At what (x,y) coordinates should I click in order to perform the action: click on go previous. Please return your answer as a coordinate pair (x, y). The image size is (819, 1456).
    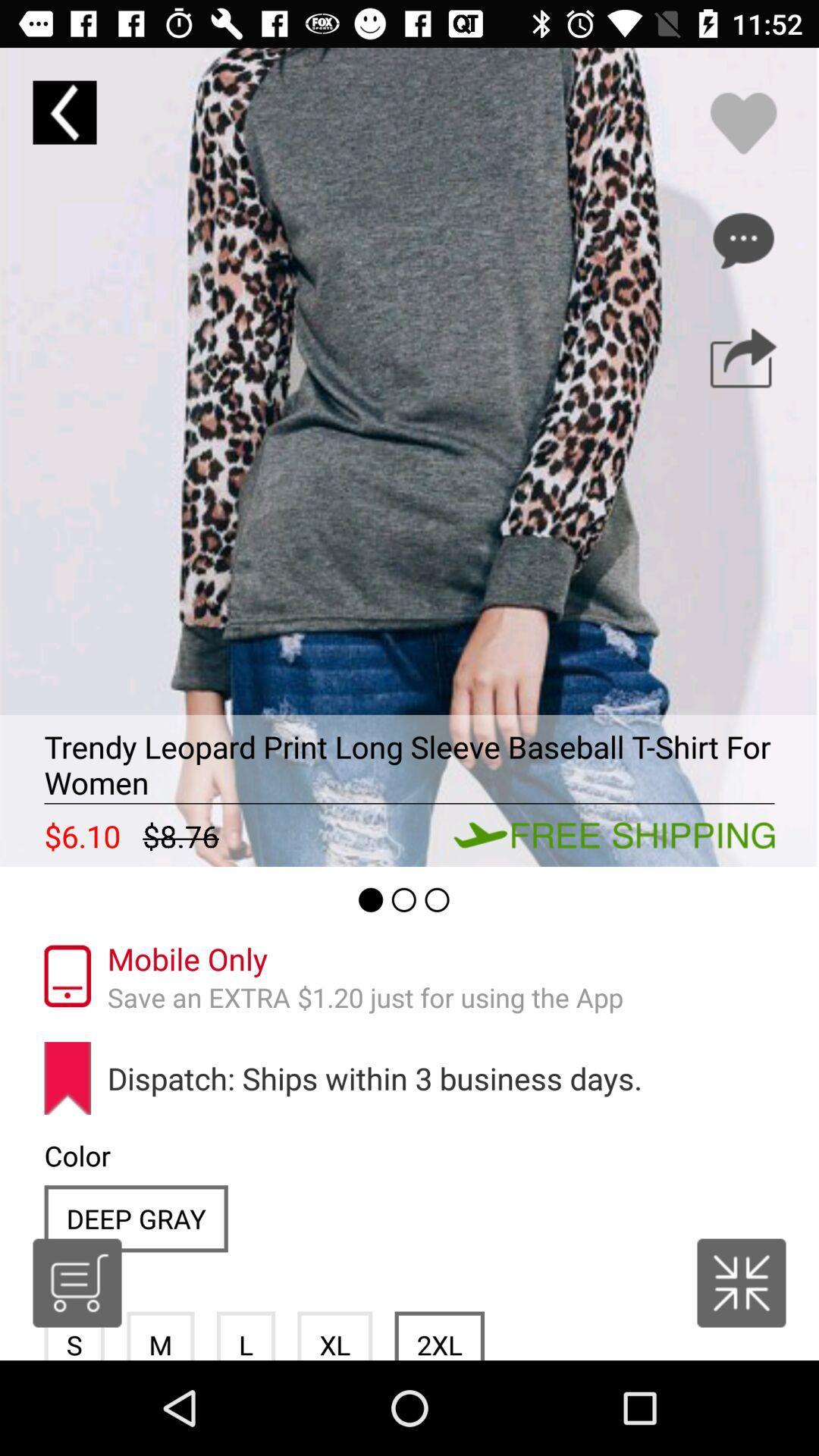
    Looking at the image, I should click on (64, 111).